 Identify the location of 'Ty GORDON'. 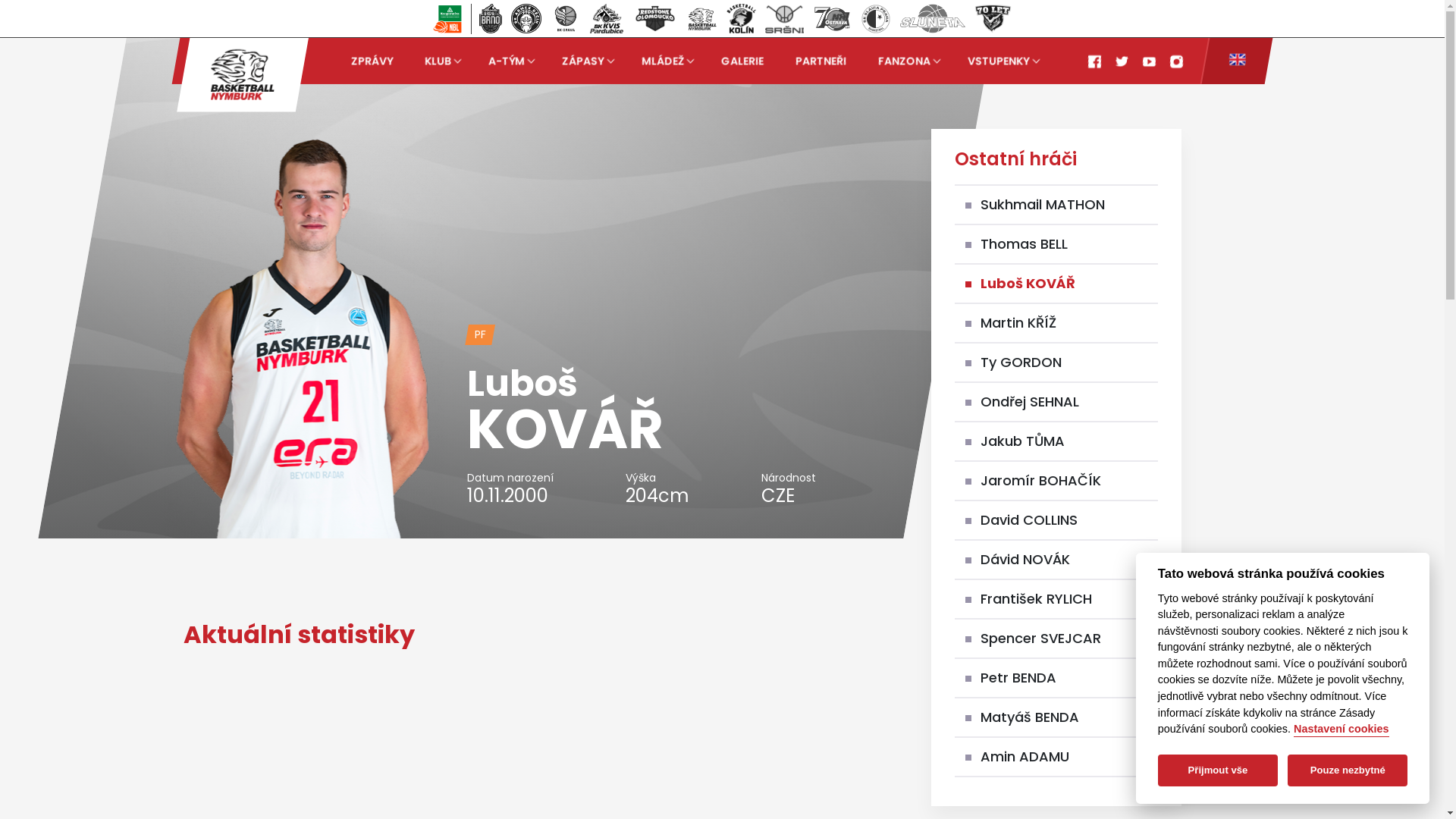
(1021, 362).